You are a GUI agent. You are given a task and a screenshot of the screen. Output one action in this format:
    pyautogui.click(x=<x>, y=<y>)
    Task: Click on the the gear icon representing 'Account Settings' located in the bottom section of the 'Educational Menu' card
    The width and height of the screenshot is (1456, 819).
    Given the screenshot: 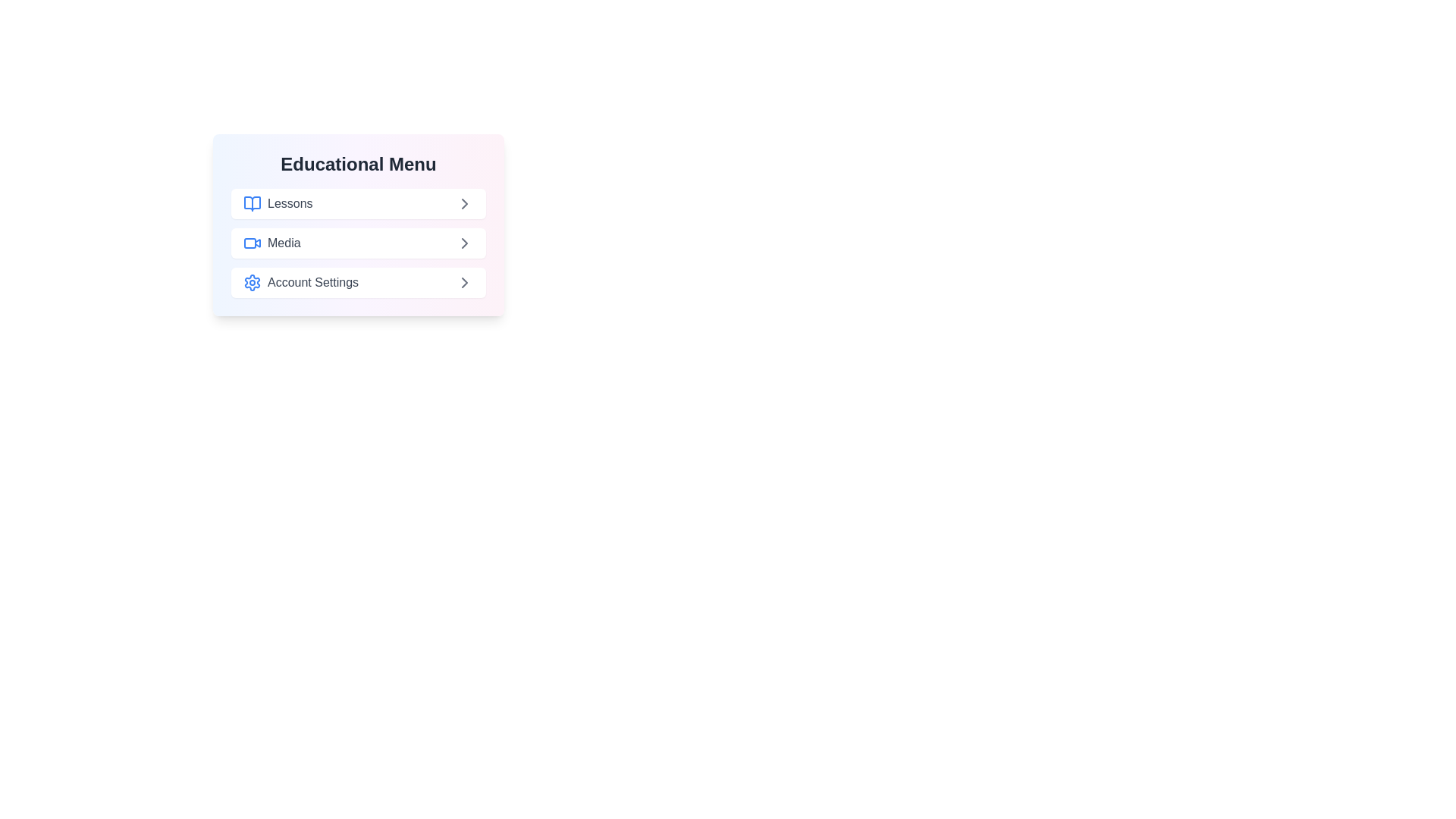 What is the action you would take?
    pyautogui.click(x=252, y=283)
    